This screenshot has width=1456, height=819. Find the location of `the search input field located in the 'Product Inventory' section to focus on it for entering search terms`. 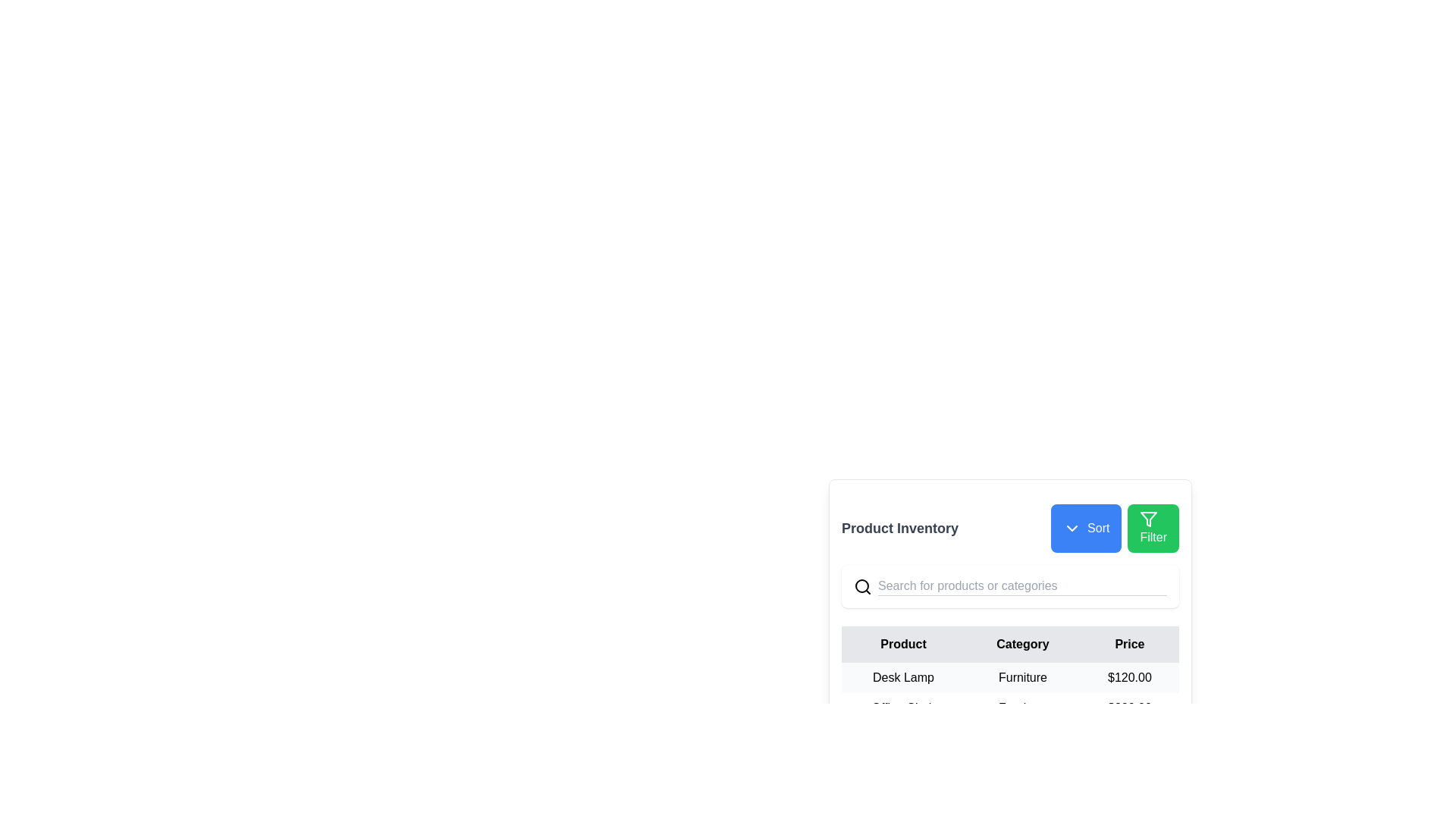

the search input field located in the 'Product Inventory' section to focus on it for entering search terms is located at coordinates (1010, 585).